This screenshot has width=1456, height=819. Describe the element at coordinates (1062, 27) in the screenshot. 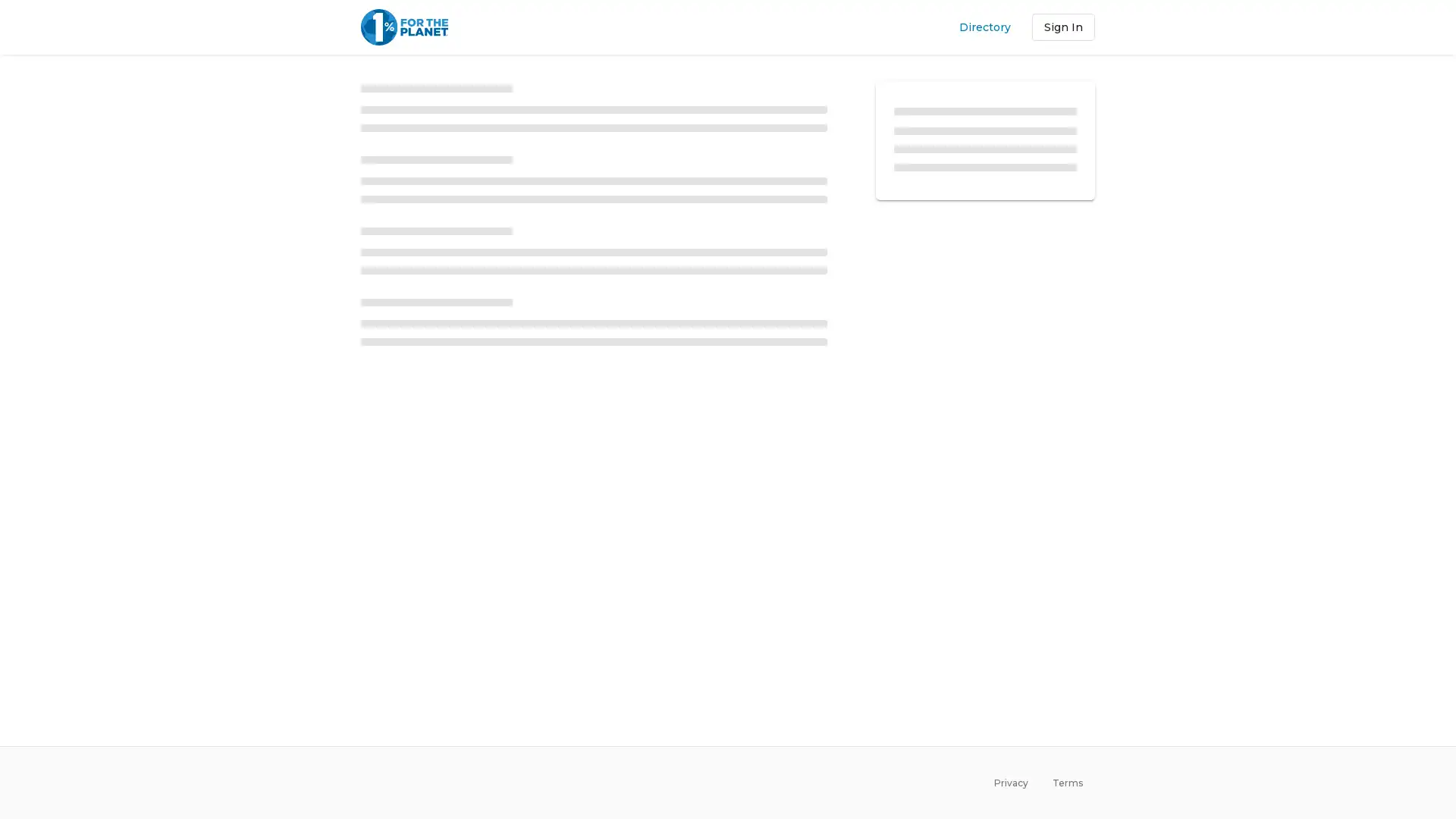

I see `Sign In` at that location.